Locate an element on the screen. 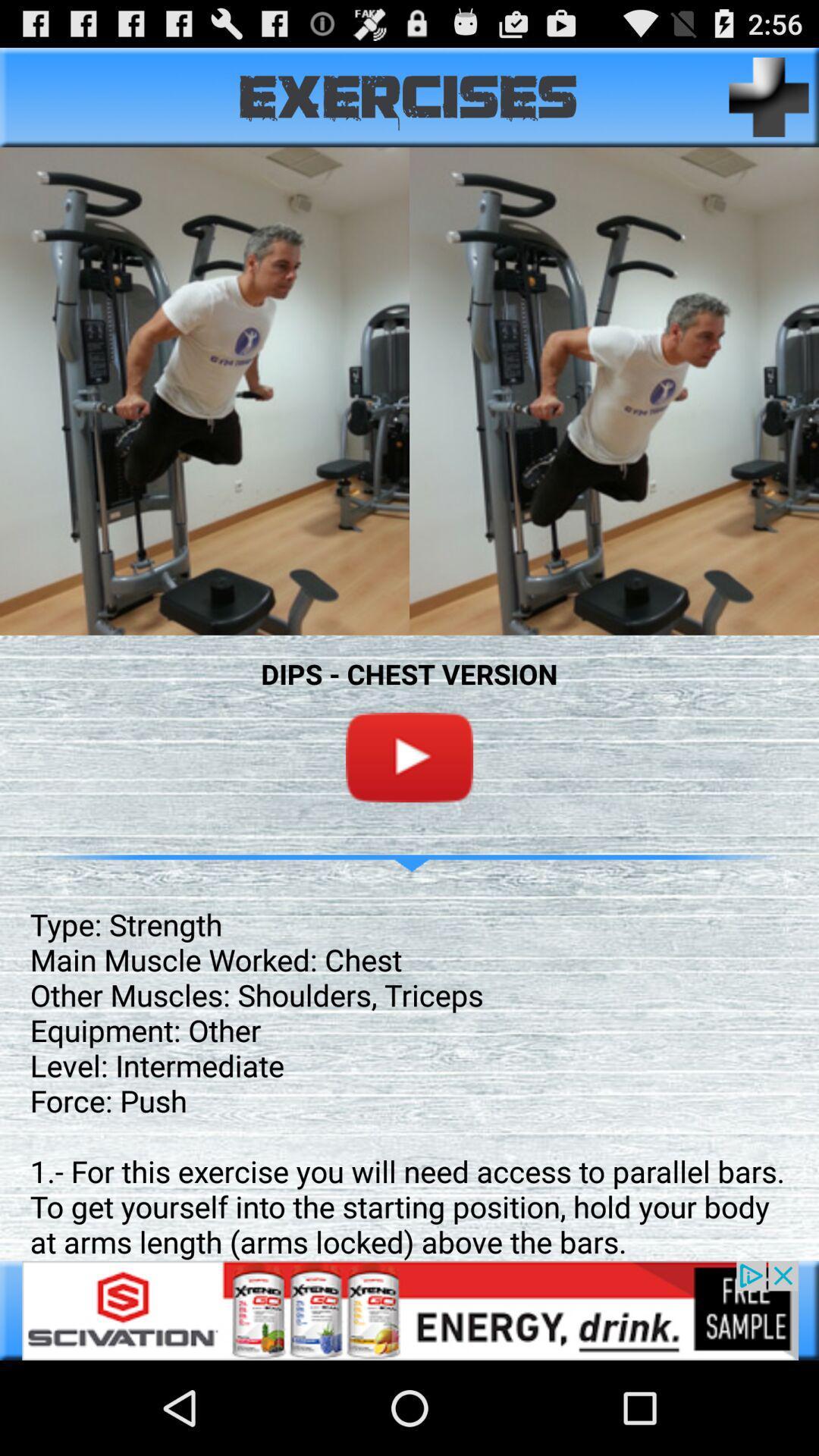  on youtube is located at coordinates (409, 757).